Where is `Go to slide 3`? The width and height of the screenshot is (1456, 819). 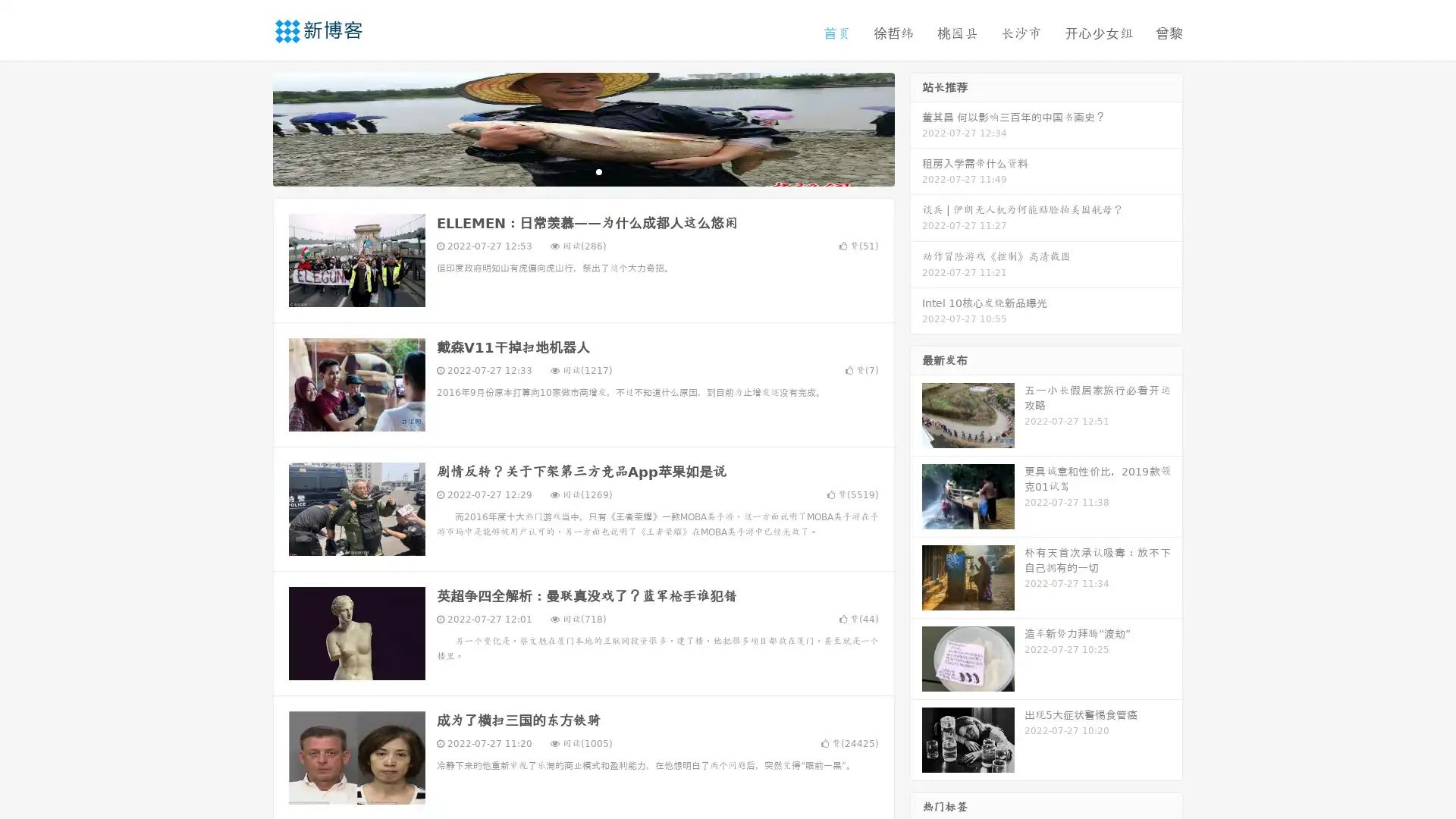 Go to slide 3 is located at coordinates (598, 171).